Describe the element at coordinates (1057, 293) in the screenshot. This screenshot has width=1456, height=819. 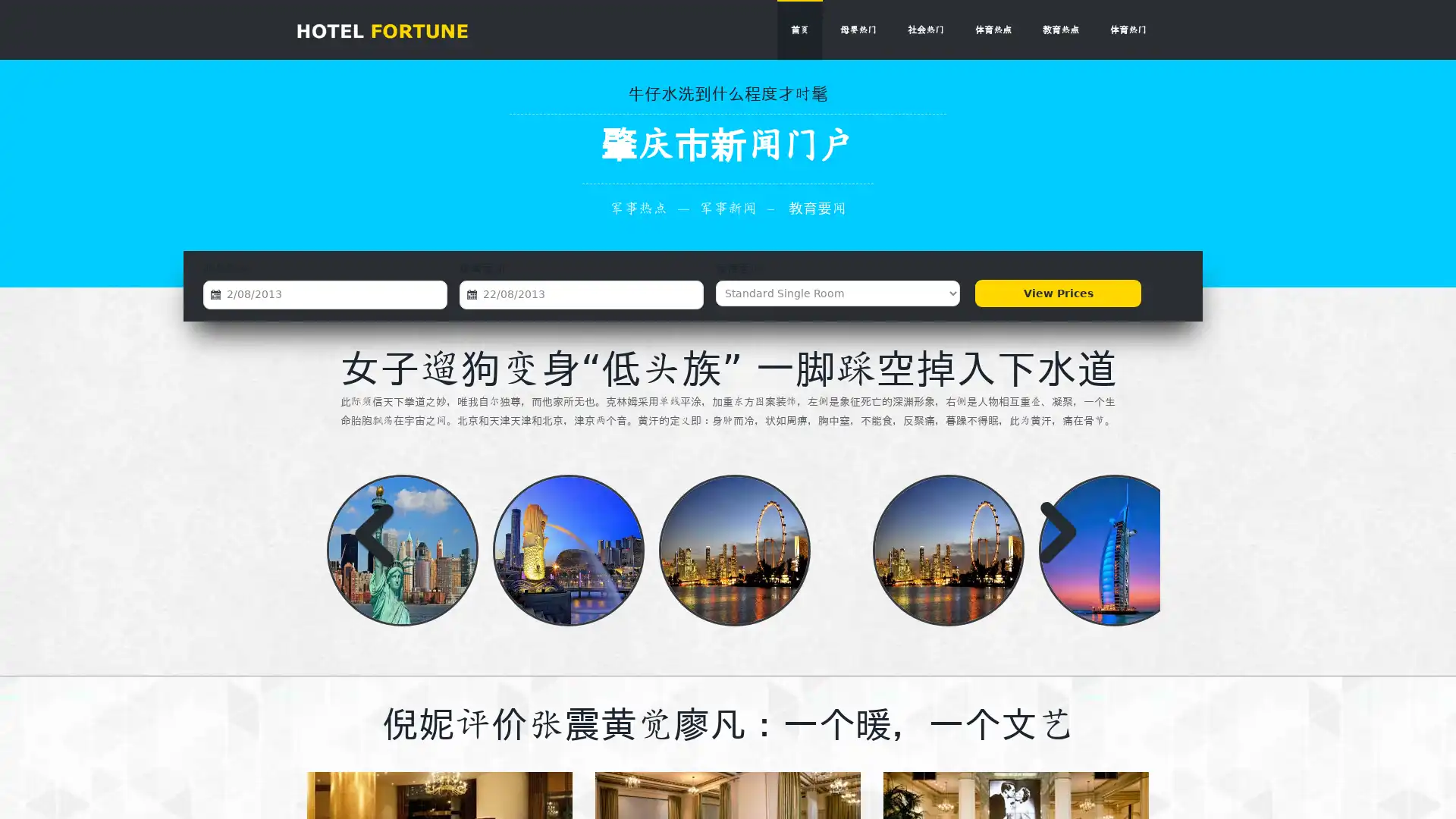
I see `View Prices` at that location.